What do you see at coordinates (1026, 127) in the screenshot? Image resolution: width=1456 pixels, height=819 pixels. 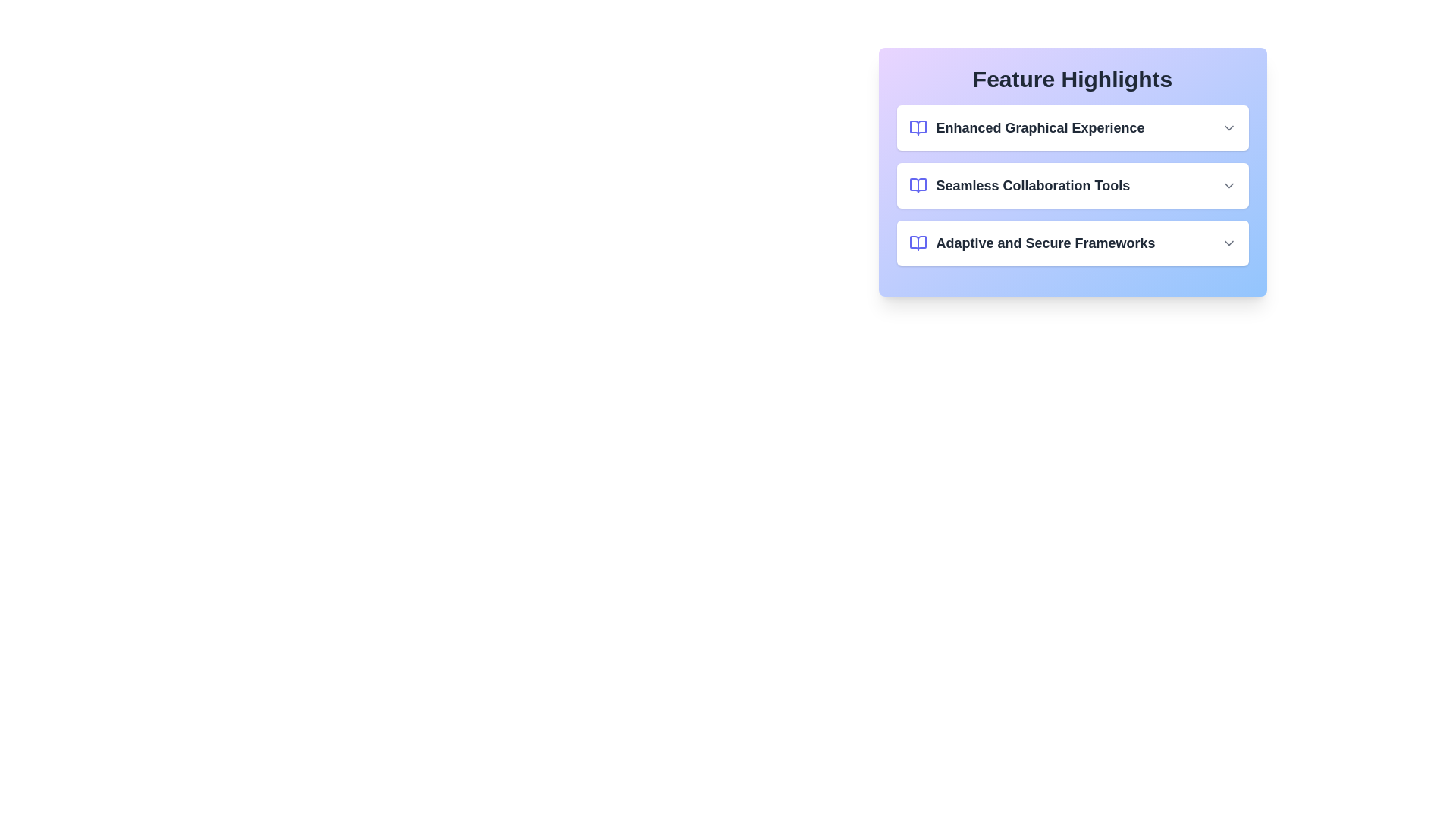 I see `the List item displaying 'Enhanced Graphical Experience' via keyboard navigation` at bounding box center [1026, 127].